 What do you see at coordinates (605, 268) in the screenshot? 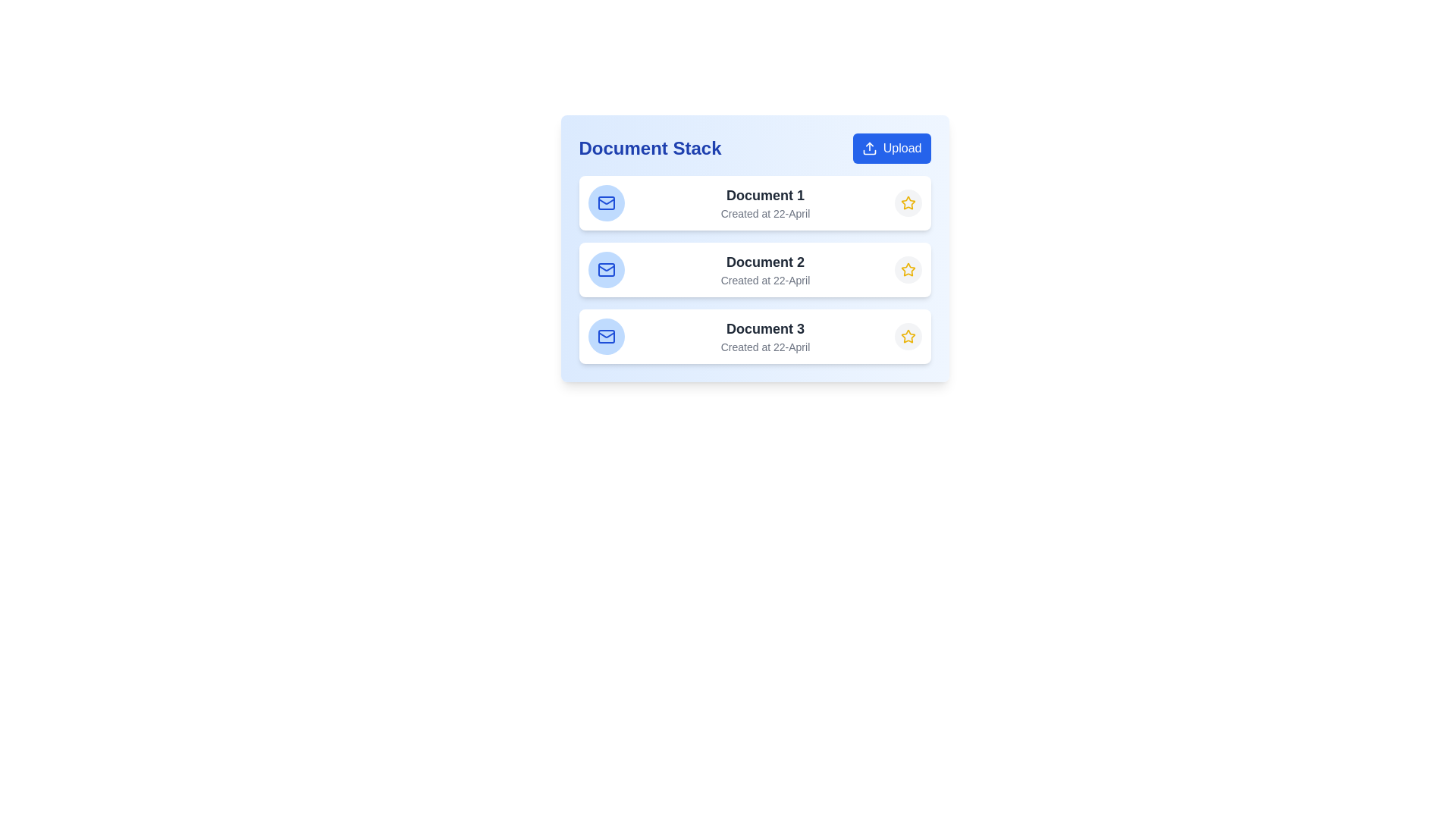
I see `the circular blue icon with a mail envelope symbol, located to the left of the text 'Document 2' in the second row of the list` at bounding box center [605, 268].